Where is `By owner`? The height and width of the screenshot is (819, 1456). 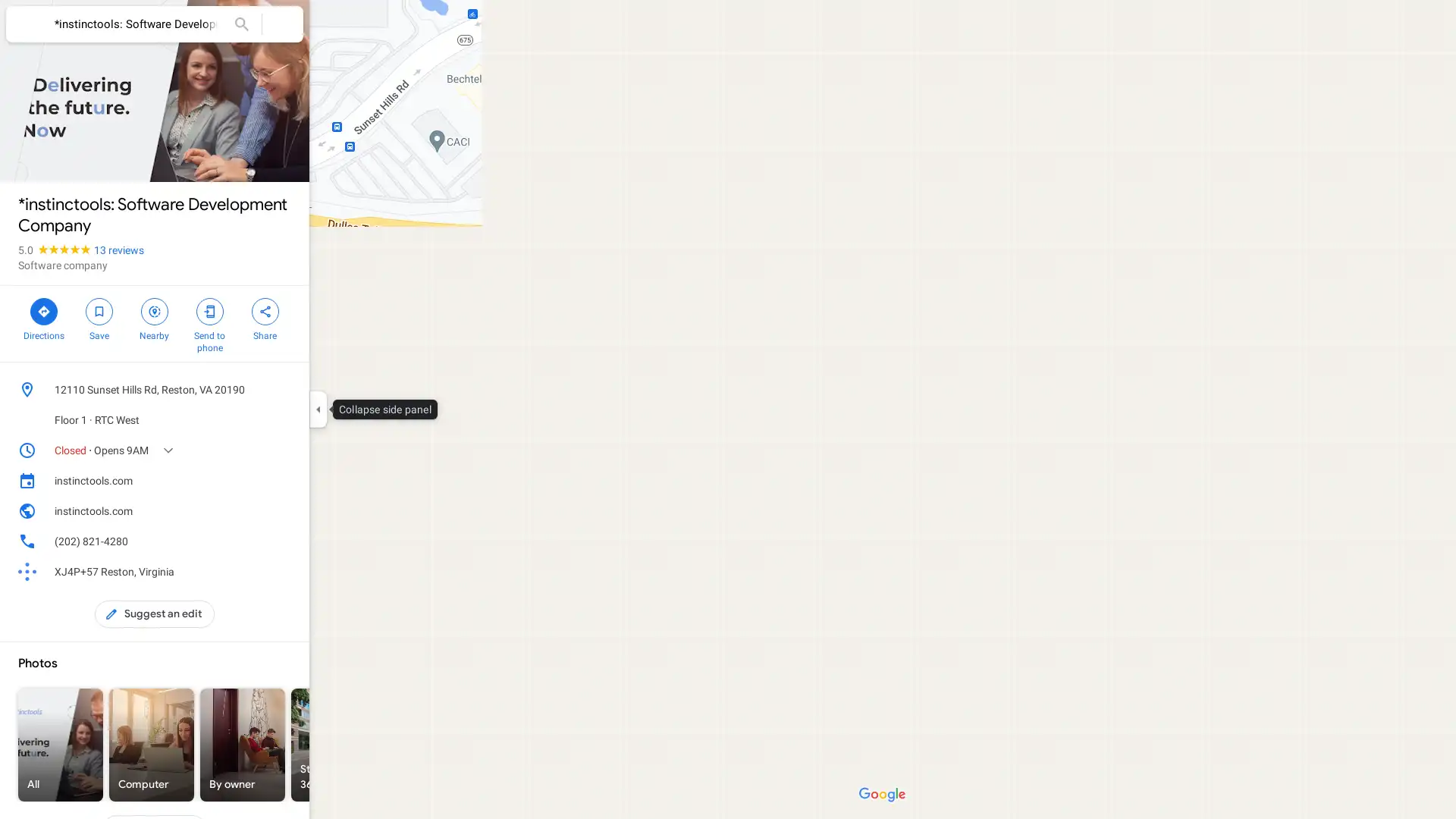 By owner is located at coordinates (243, 744).